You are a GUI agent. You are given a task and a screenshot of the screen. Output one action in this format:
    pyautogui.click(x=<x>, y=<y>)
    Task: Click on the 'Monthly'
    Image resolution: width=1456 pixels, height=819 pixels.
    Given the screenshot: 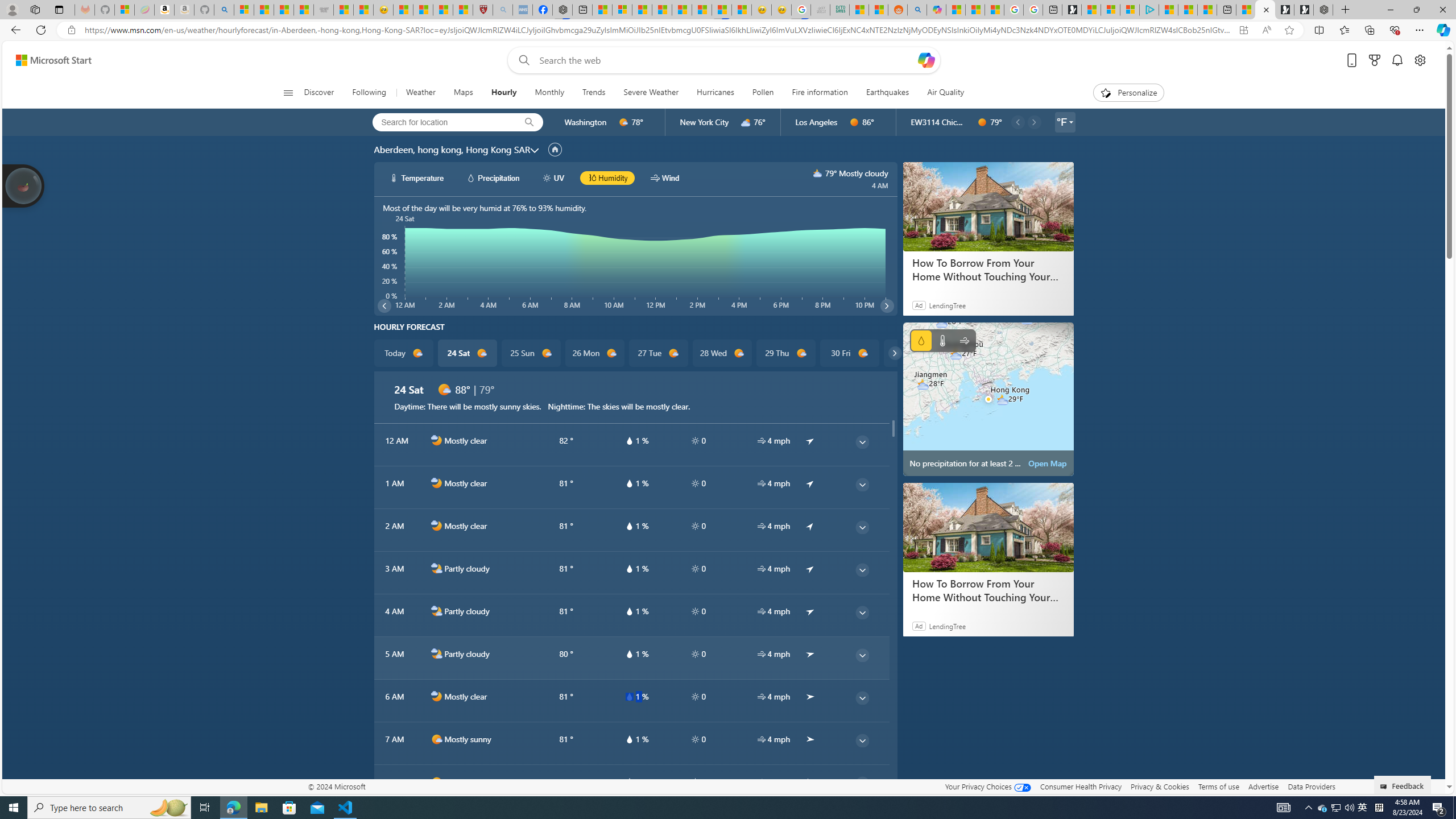 What is the action you would take?
    pyautogui.click(x=549, y=92)
    